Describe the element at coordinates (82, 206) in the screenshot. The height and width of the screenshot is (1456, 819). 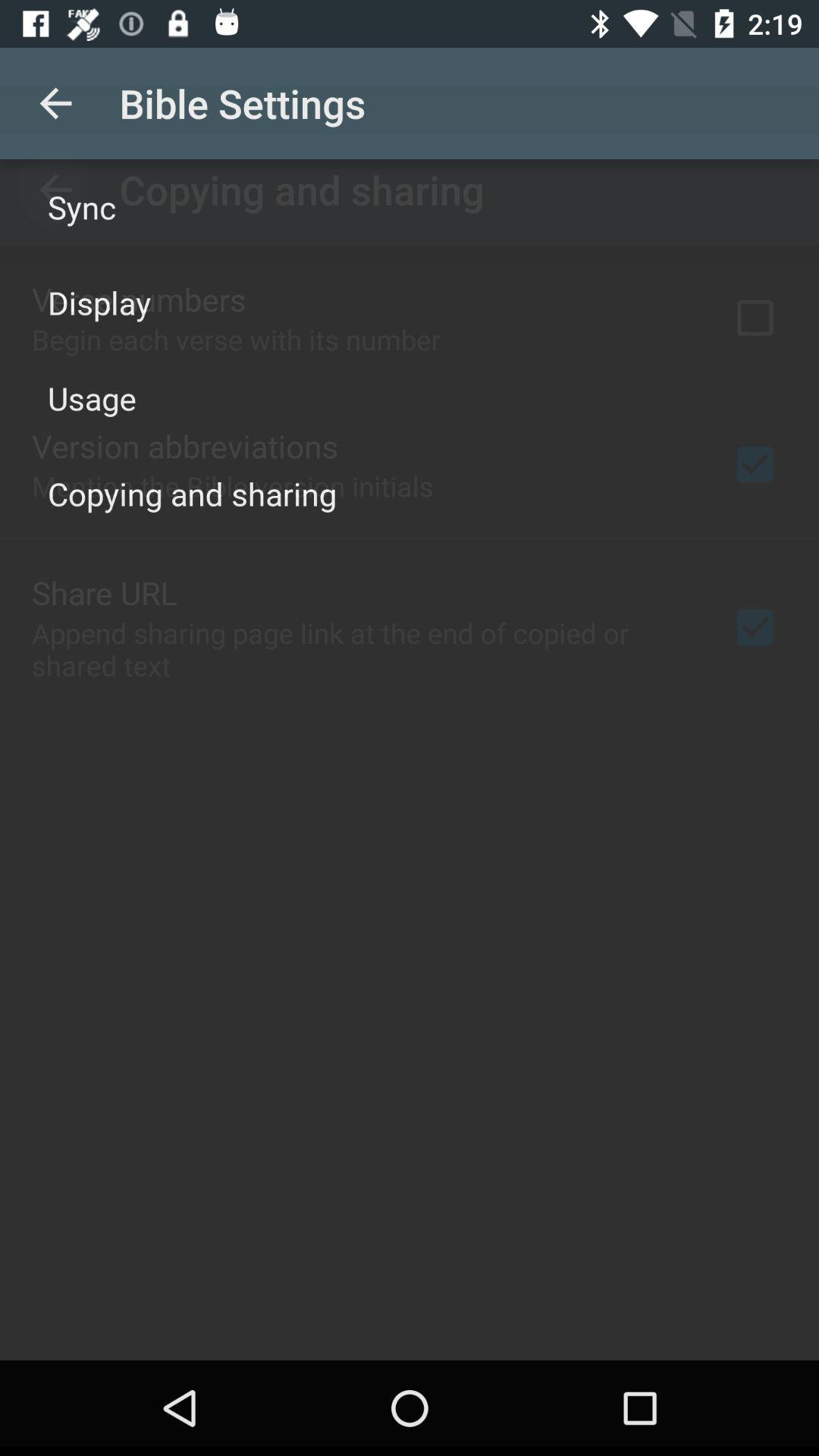
I see `the sync icon` at that location.